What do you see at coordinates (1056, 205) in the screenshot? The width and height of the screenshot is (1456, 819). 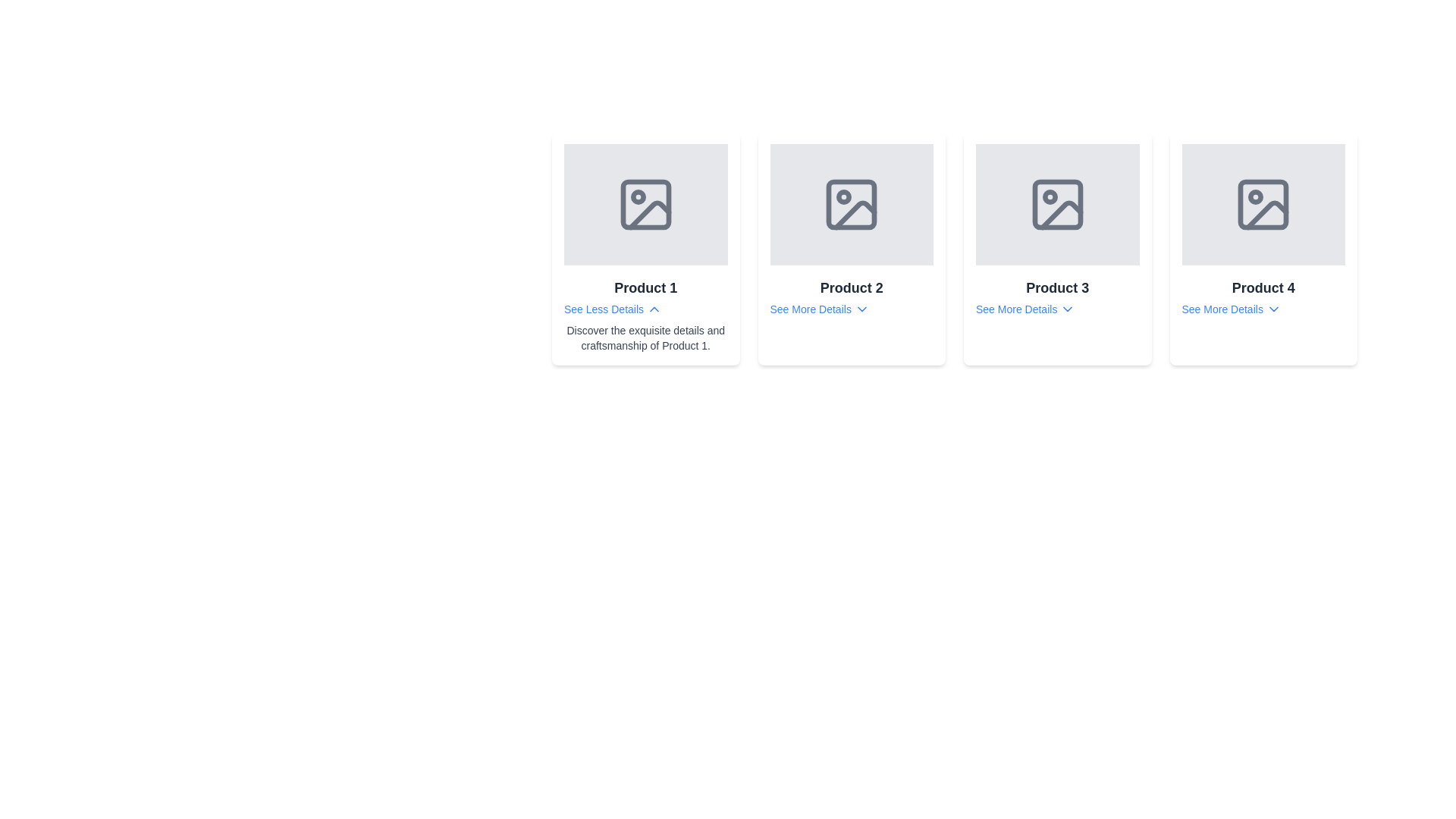 I see `the decorative rectangle with rounded corners that serves as a background element within the 'Product 3' icon representation` at bounding box center [1056, 205].